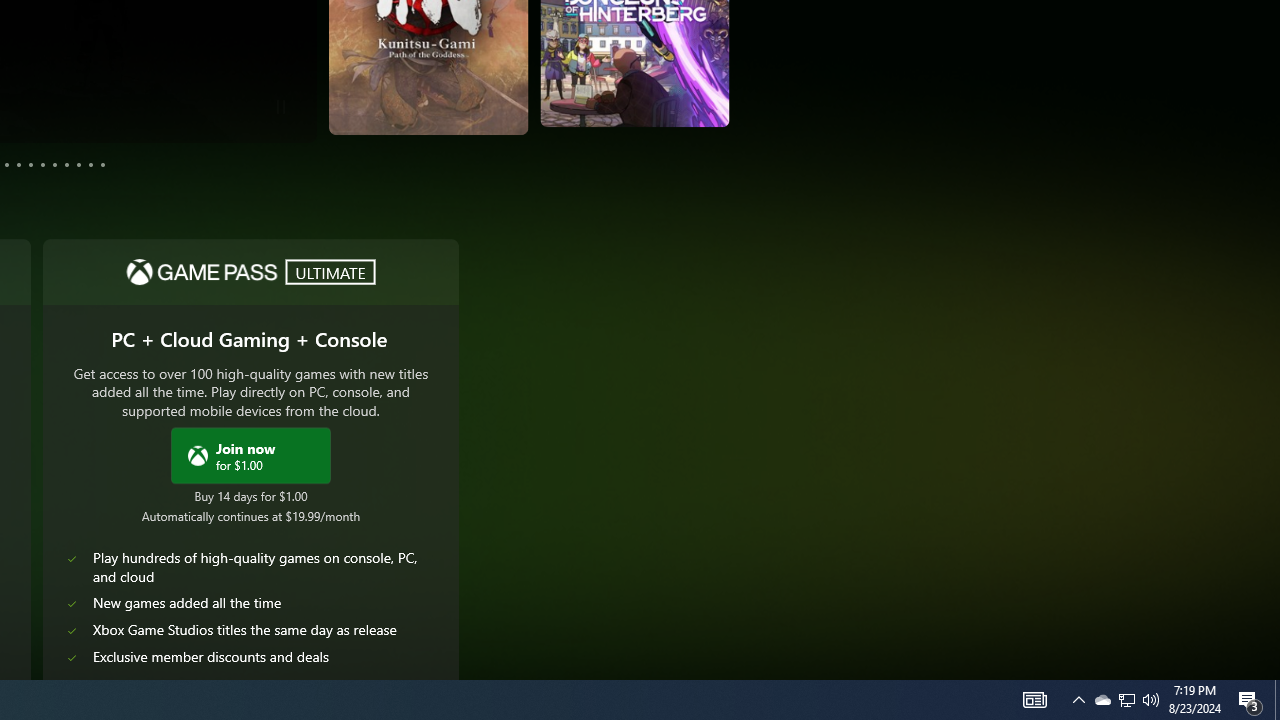 The height and width of the screenshot is (720, 1280). Describe the element at coordinates (55, 163) in the screenshot. I see `'Page 8'` at that location.